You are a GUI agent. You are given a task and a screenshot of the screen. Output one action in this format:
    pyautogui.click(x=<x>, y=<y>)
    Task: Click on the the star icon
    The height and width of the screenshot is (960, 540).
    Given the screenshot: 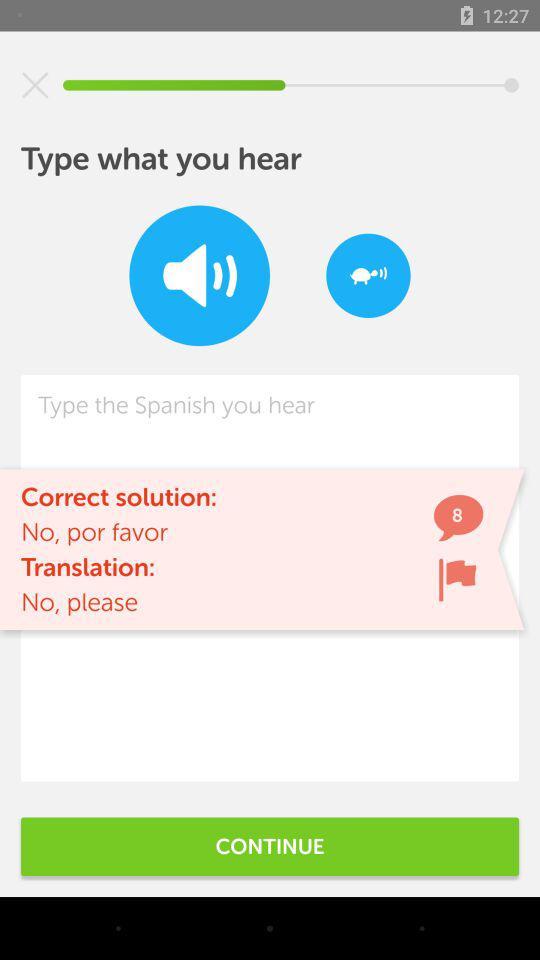 What is the action you would take?
    pyautogui.click(x=35, y=85)
    